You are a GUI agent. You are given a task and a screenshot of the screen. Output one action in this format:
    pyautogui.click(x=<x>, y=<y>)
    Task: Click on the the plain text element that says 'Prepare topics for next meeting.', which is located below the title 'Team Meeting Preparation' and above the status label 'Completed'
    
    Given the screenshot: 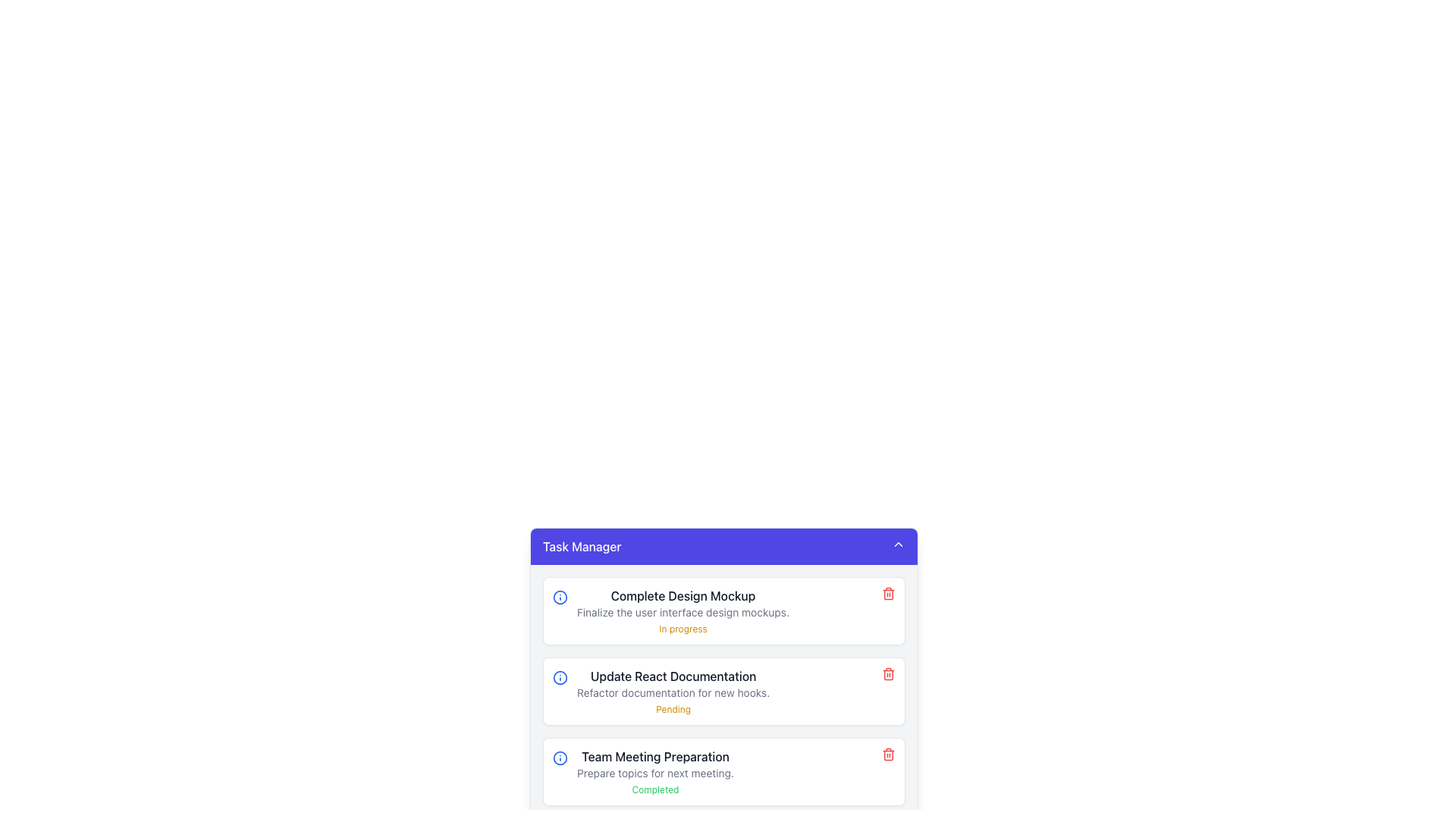 What is the action you would take?
    pyautogui.click(x=655, y=773)
    